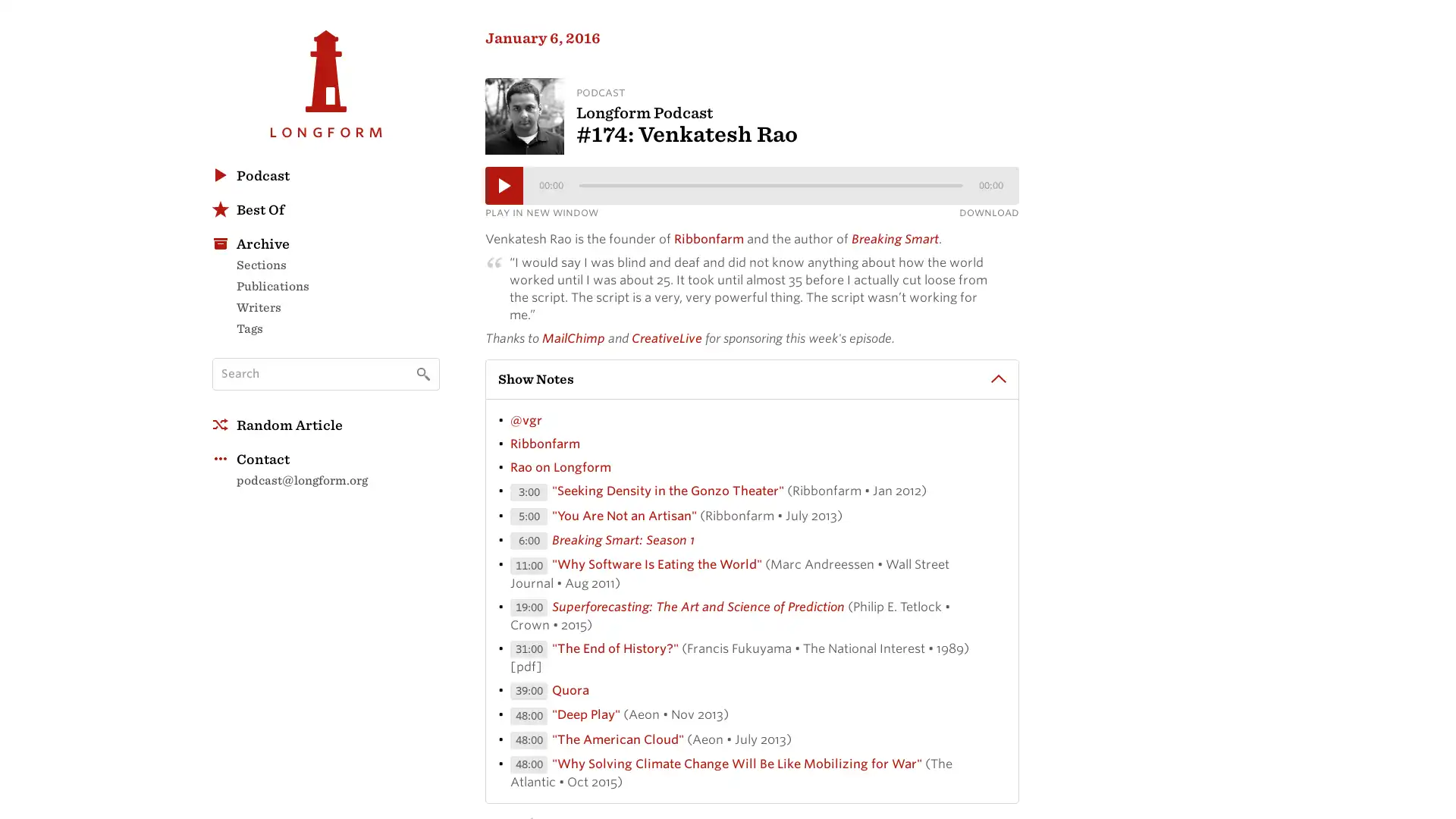 Image resolution: width=1456 pixels, height=819 pixels. I want to click on 5:00, so click(529, 518).